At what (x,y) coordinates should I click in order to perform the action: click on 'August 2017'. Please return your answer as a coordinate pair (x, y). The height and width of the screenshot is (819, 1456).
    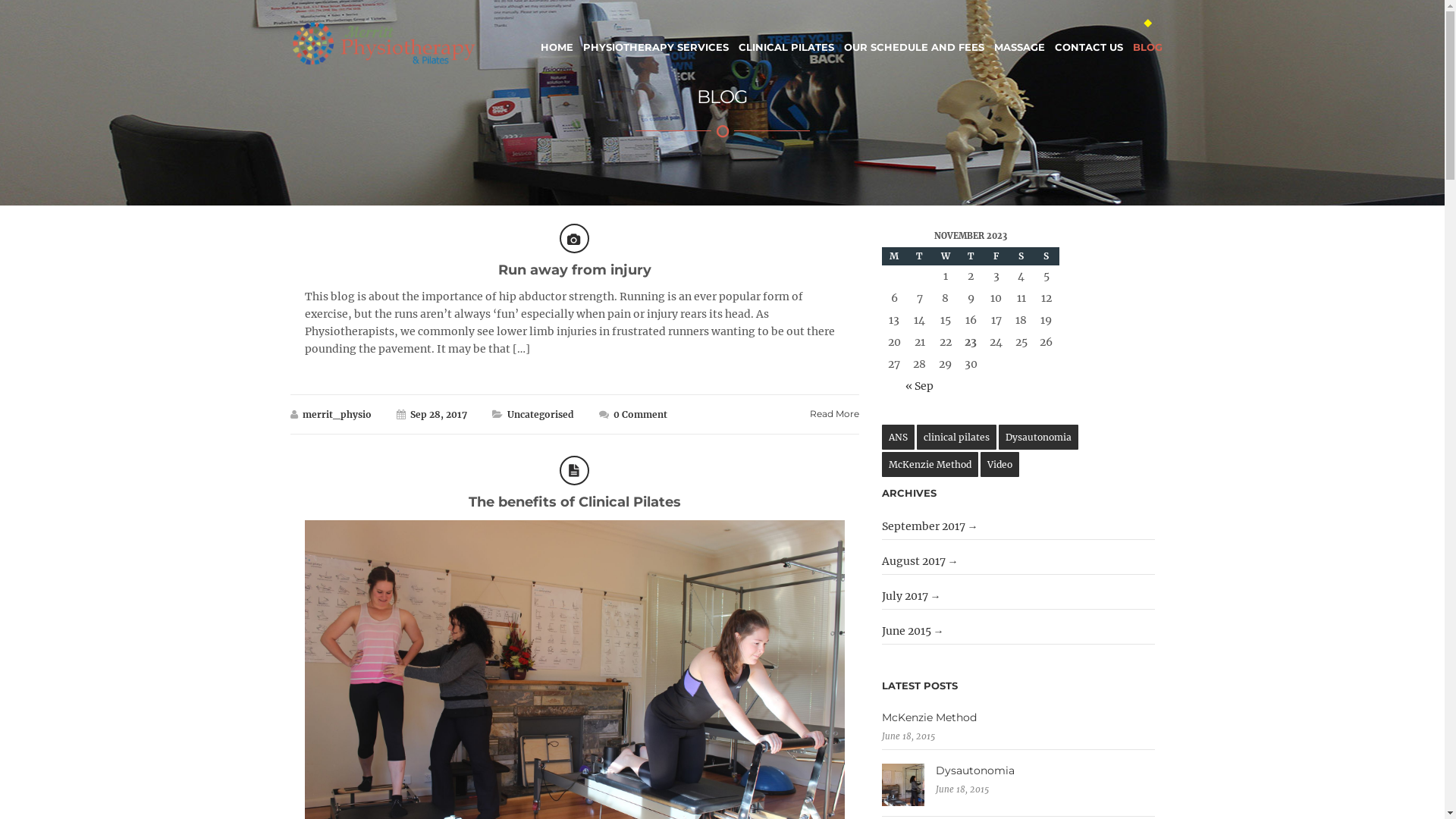
    Looking at the image, I should click on (919, 561).